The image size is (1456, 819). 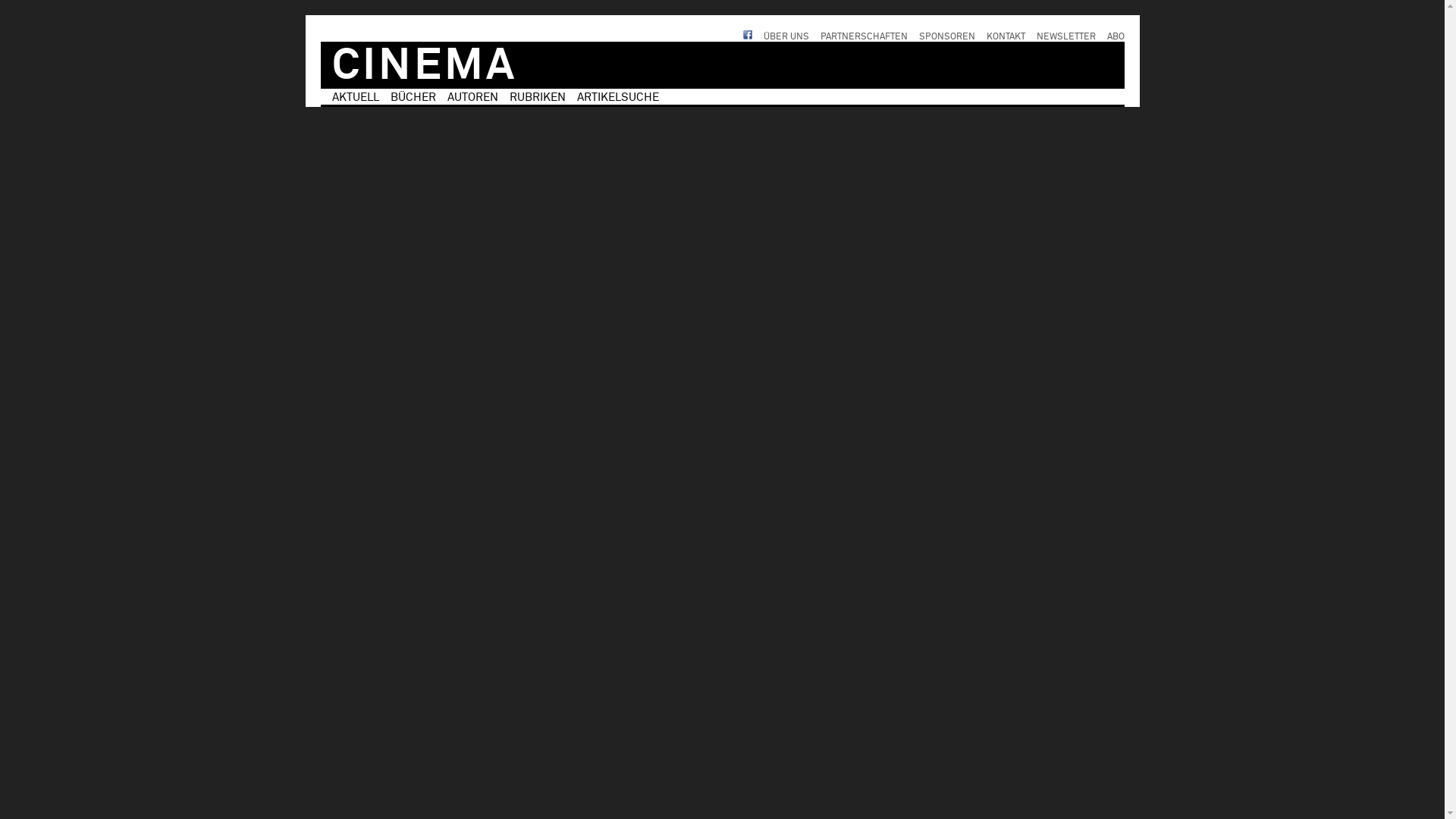 What do you see at coordinates (1035, 36) in the screenshot?
I see `'NEWSLETTER'` at bounding box center [1035, 36].